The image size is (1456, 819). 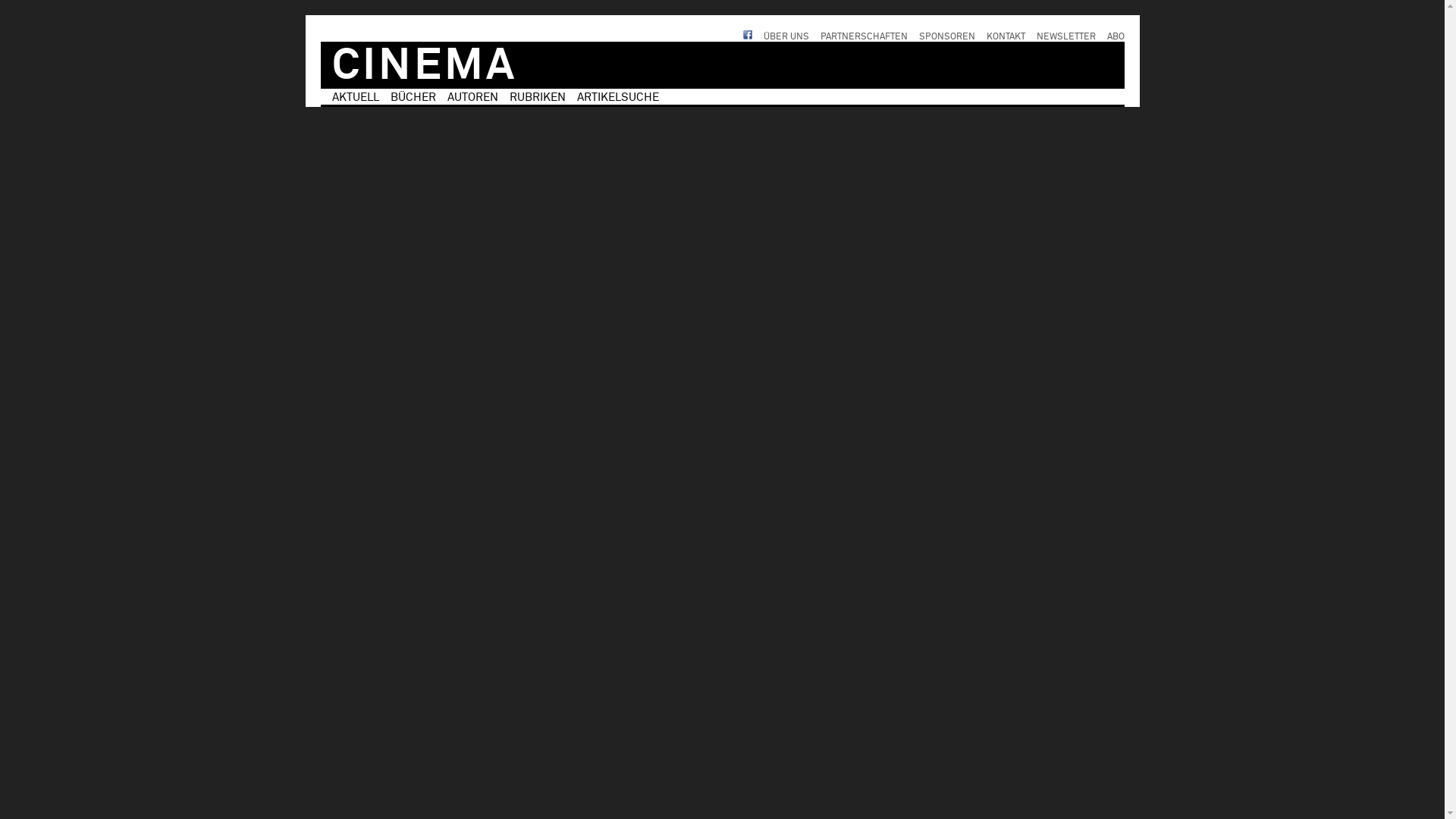 What do you see at coordinates (1035, 36) in the screenshot?
I see `'NEWSLETTER'` at bounding box center [1035, 36].